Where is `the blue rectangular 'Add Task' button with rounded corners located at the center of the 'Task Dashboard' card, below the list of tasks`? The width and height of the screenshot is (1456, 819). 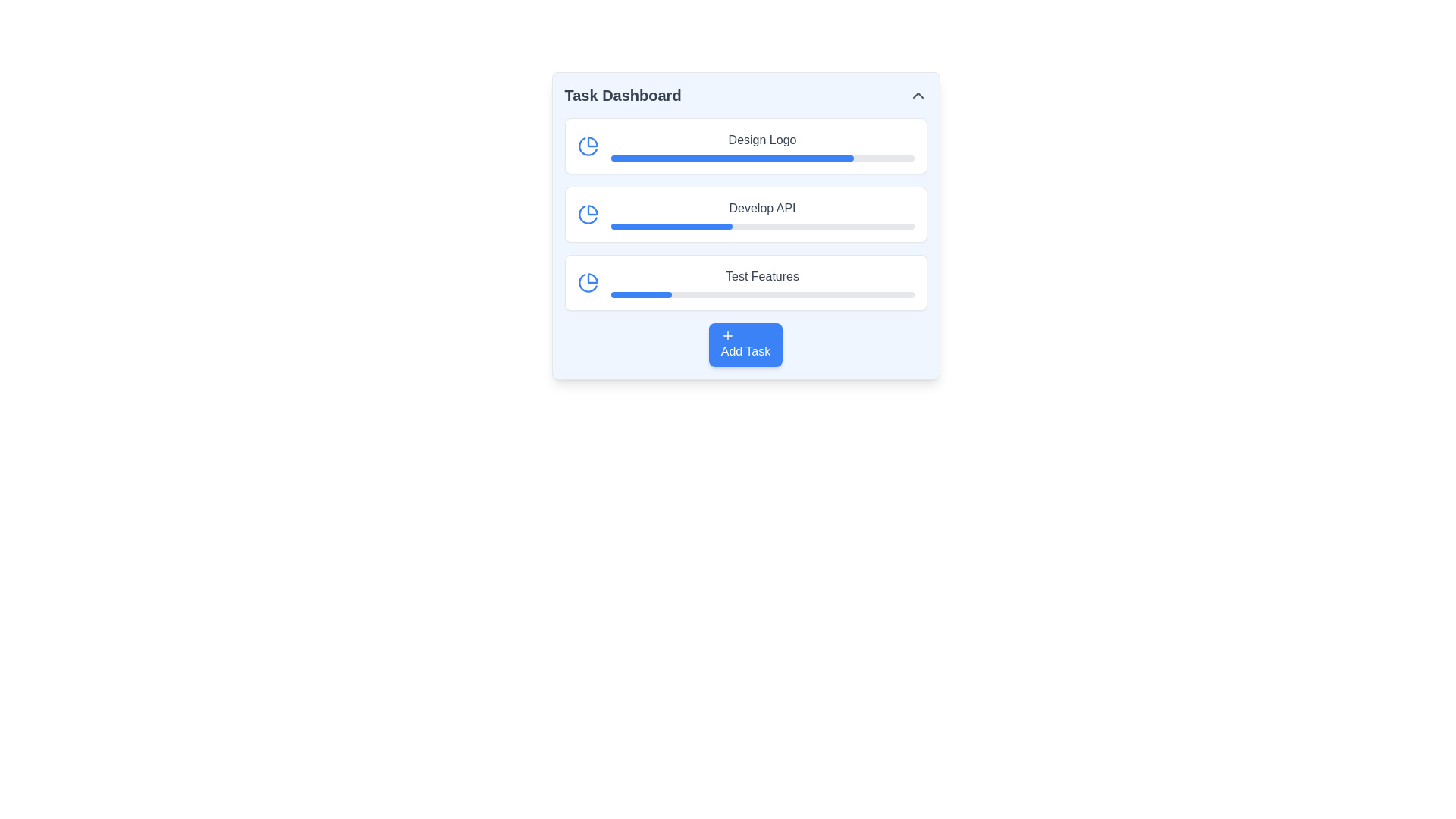
the blue rectangular 'Add Task' button with rounded corners located at the center of the 'Task Dashboard' card, below the list of tasks is located at coordinates (745, 345).